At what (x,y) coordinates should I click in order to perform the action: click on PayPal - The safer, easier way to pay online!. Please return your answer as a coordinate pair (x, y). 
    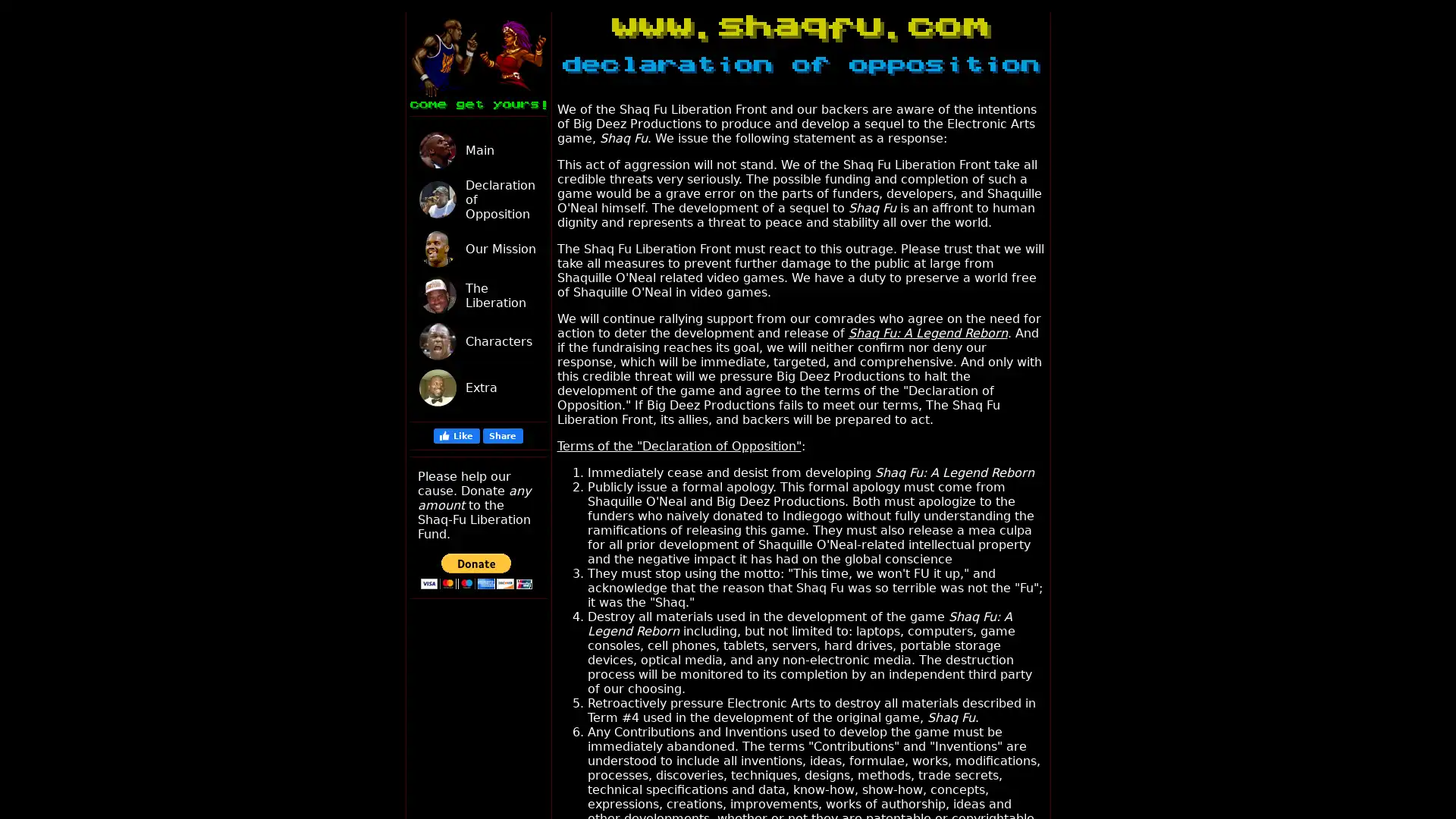
    Looking at the image, I should click on (475, 571).